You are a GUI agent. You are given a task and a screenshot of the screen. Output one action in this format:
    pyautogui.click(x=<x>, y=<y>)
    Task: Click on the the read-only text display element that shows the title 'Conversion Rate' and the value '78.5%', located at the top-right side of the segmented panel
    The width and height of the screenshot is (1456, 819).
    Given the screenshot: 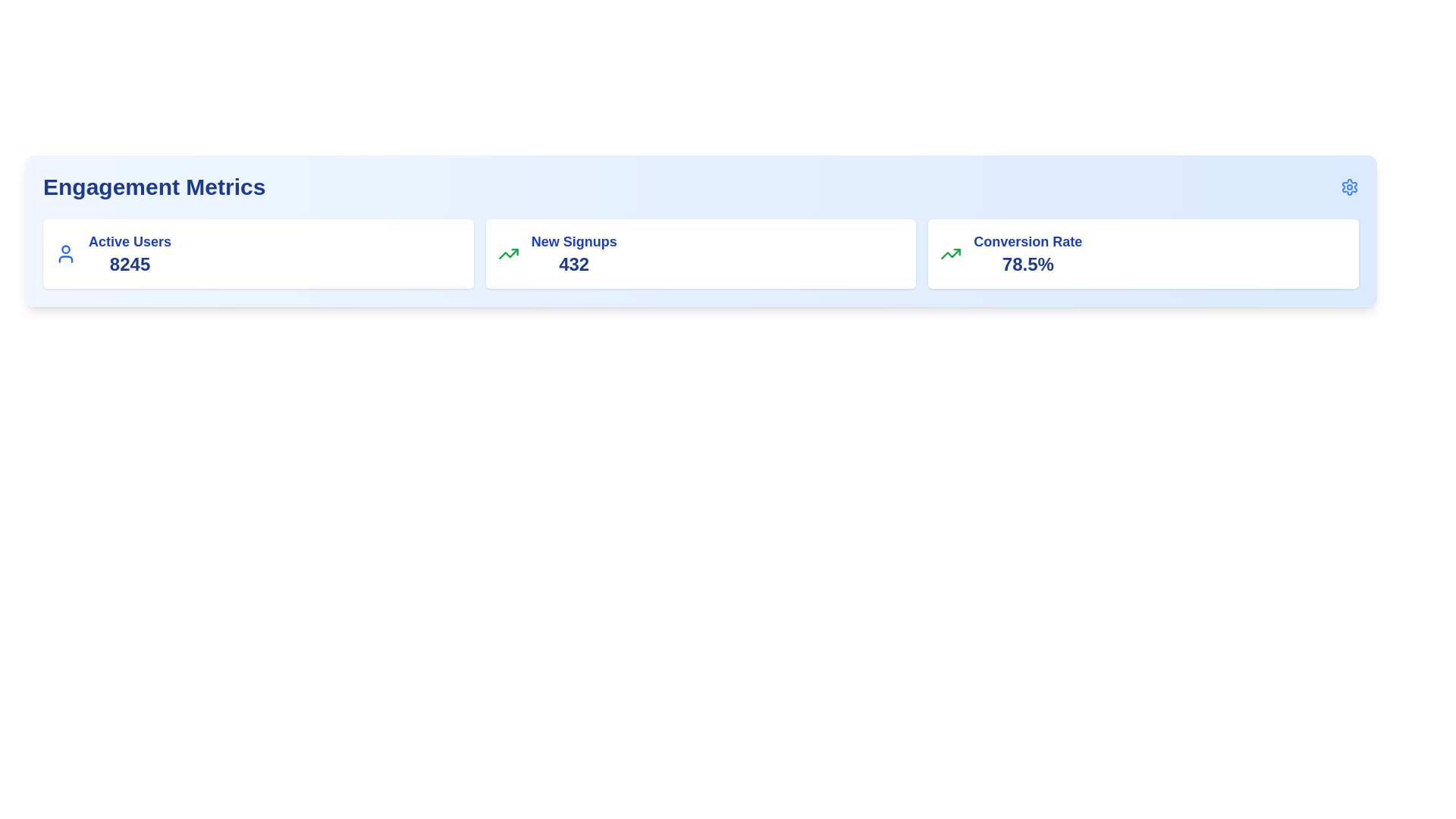 What is the action you would take?
    pyautogui.click(x=1028, y=253)
    